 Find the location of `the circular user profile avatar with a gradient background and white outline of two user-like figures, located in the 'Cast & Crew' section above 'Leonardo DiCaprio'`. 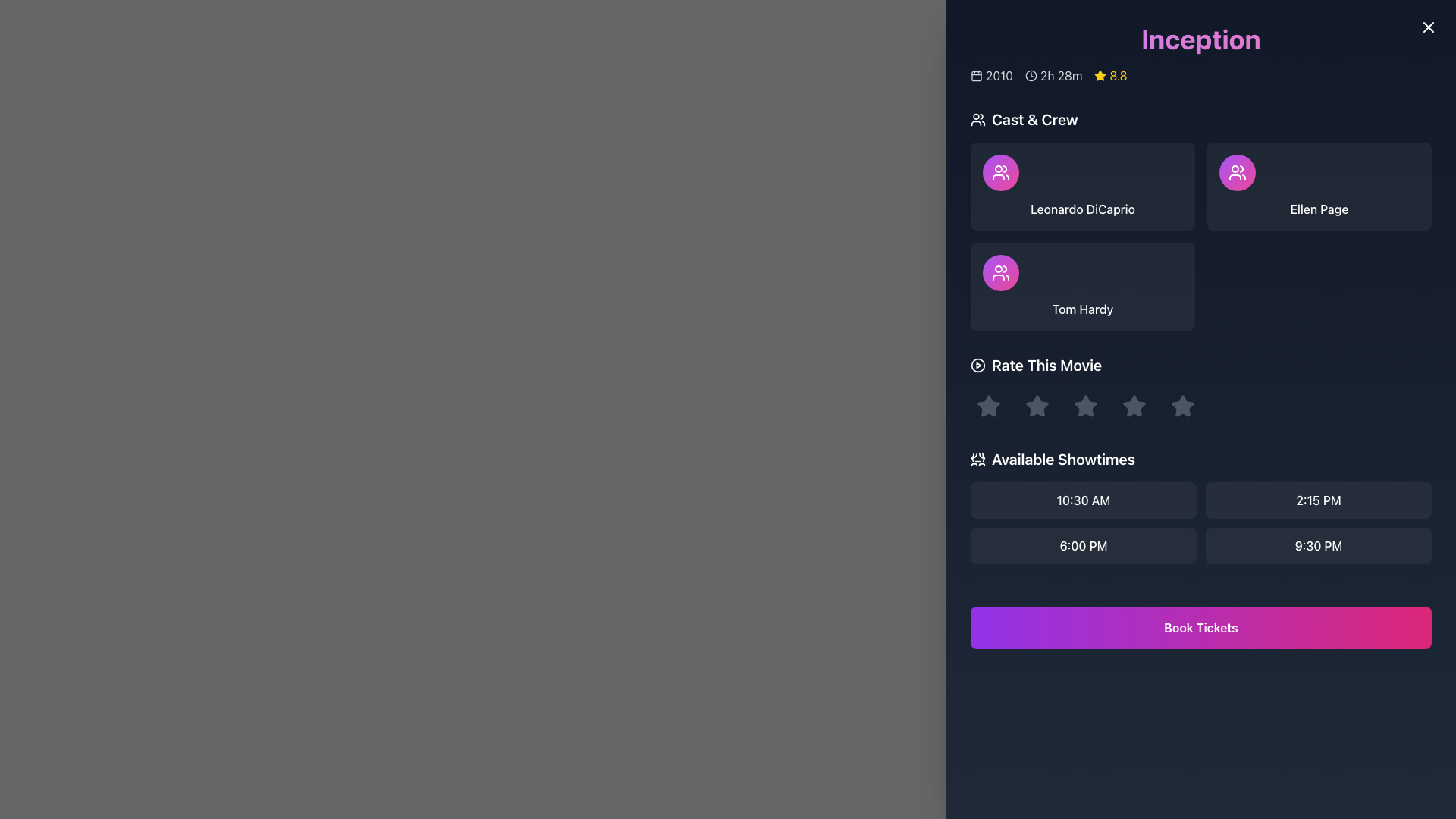

the circular user profile avatar with a gradient background and white outline of two user-like figures, located in the 'Cast & Crew' section above 'Leonardo DiCaprio' is located at coordinates (1001, 171).